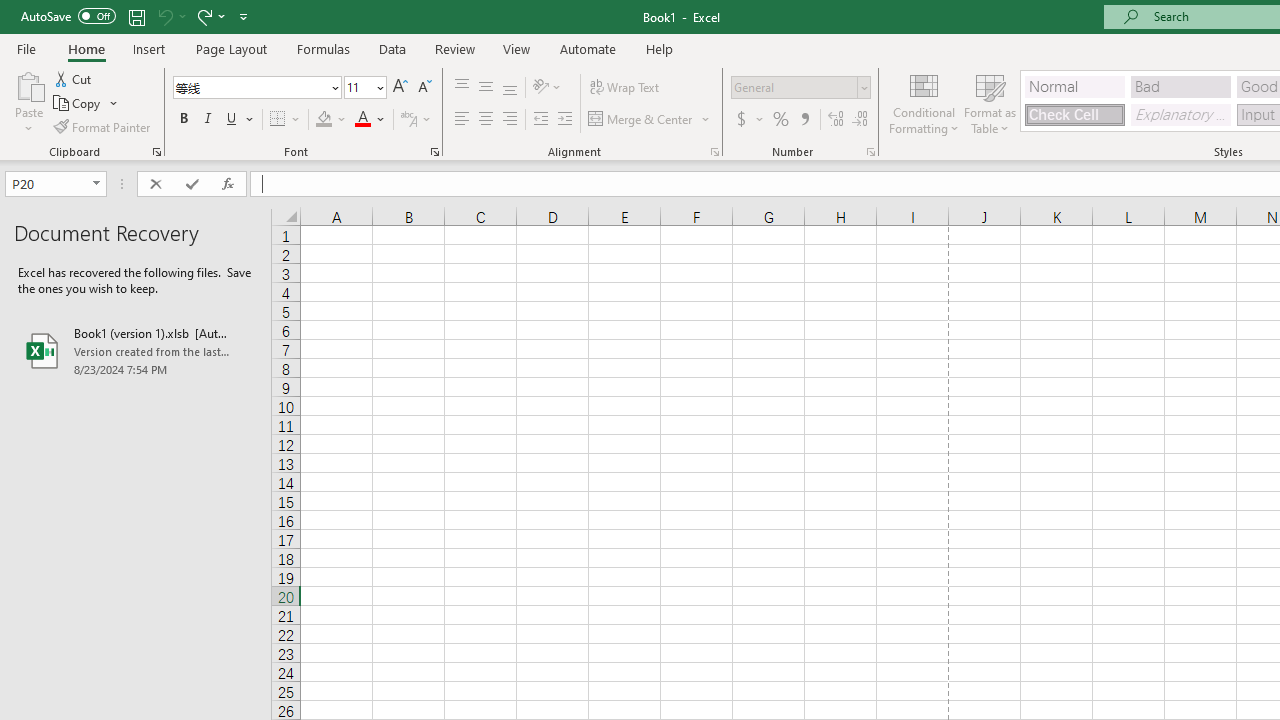 This screenshot has height=720, width=1280. What do you see at coordinates (859, 119) in the screenshot?
I see `'Decrease Decimal'` at bounding box center [859, 119].